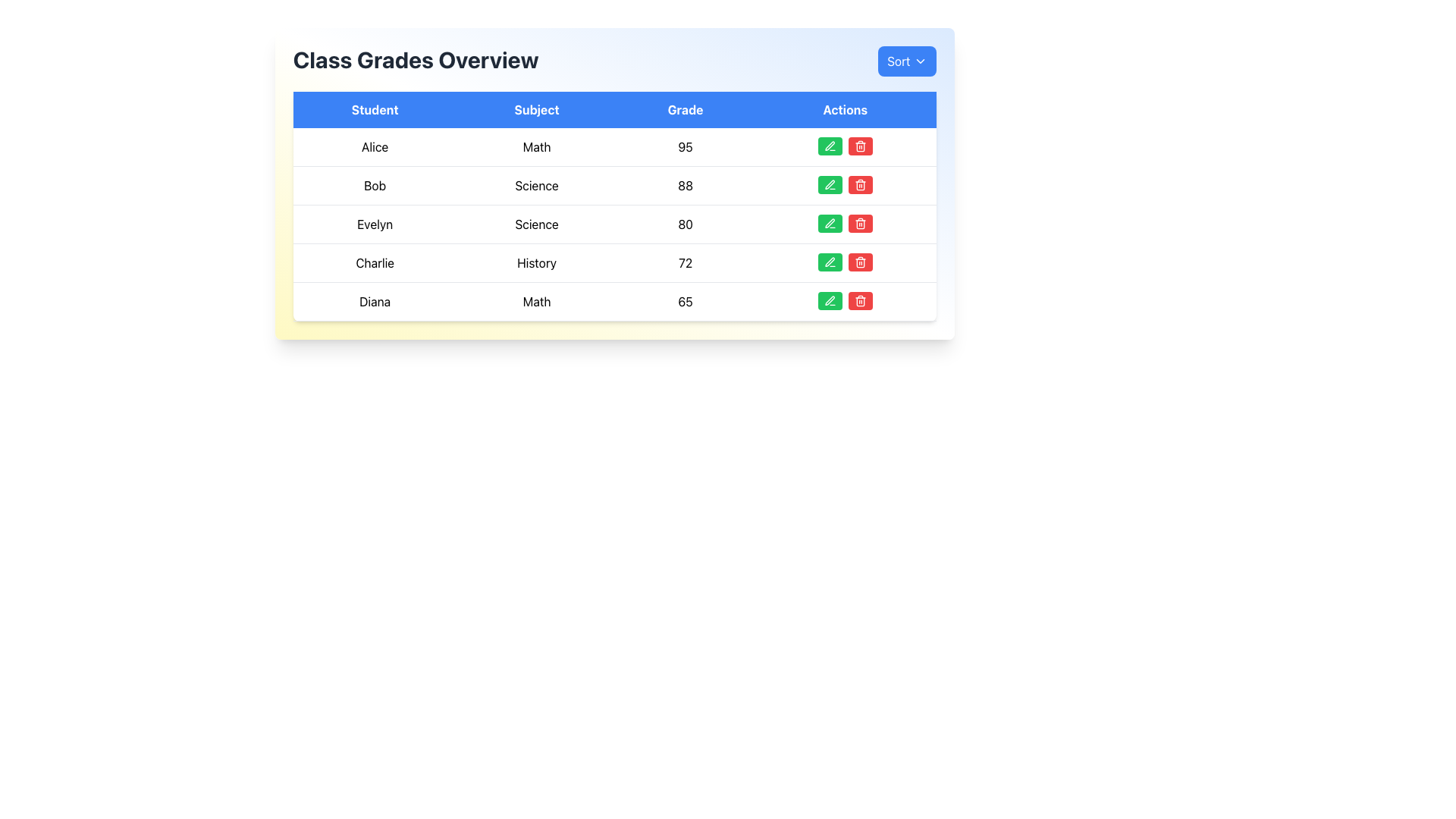 The height and width of the screenshot is (819, 1456). I want to click on the edit button located in the 'Actions' column of the third row in the table, which is adjacent to a red delete button, so click(829, 223).